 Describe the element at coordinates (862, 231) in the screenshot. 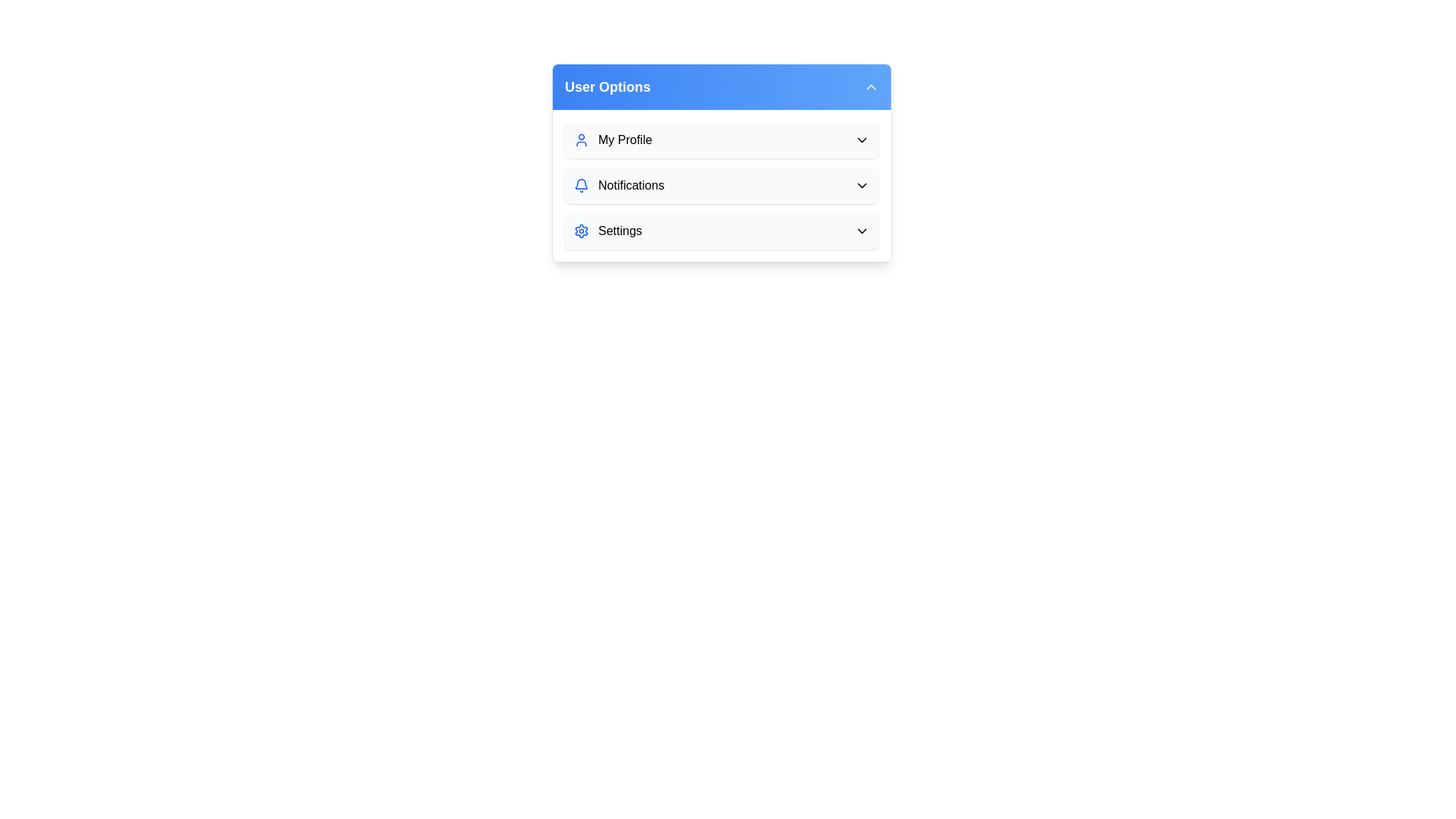

I see `the small downward-pointing chevron icon with a thin outline located at the rightmost end of the 'Settings' row in the dropdown under 'User Options'` at that location.